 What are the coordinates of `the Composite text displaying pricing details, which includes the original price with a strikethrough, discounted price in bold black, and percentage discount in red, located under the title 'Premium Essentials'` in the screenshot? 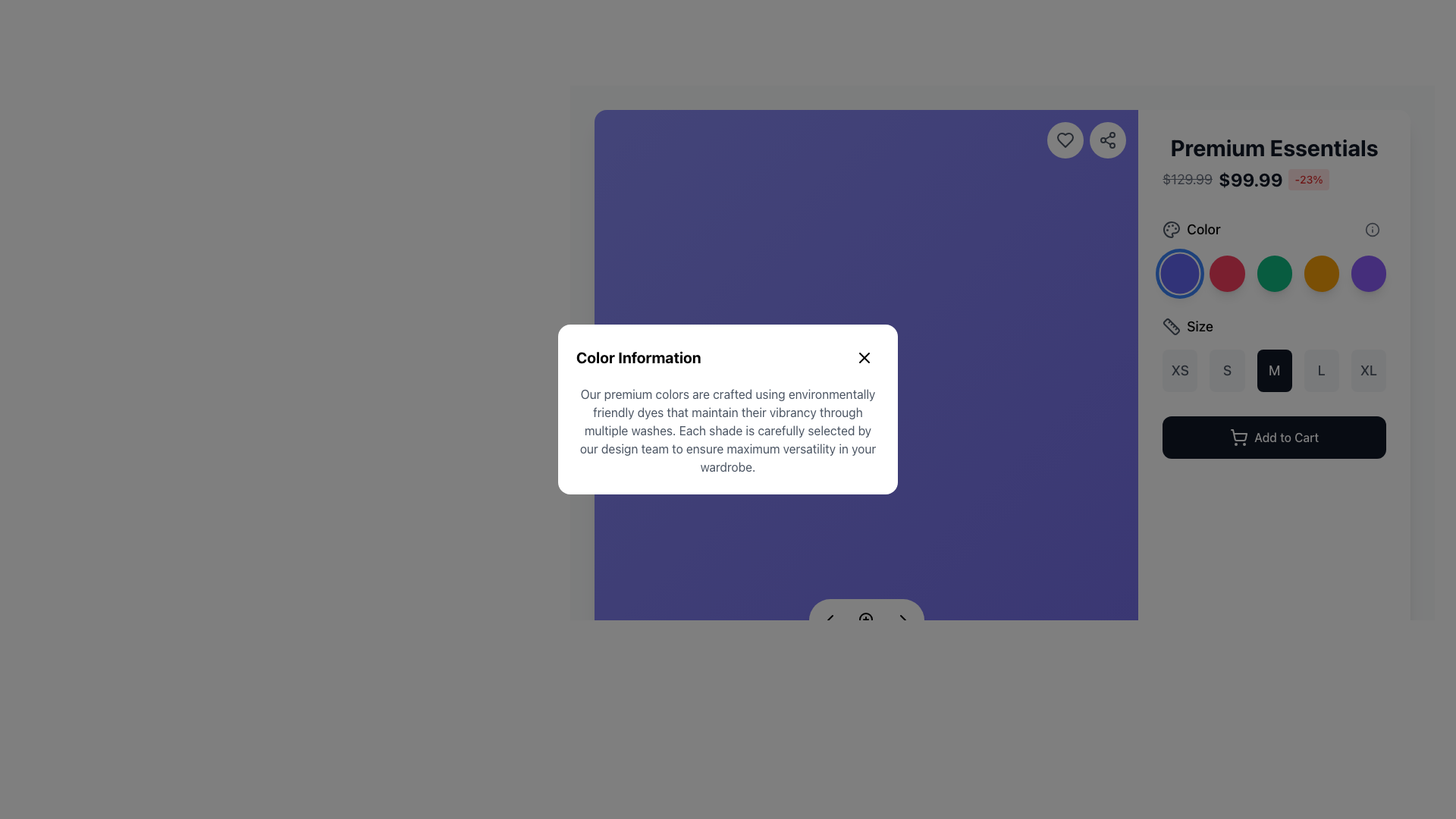 It's located at (1274, 178).